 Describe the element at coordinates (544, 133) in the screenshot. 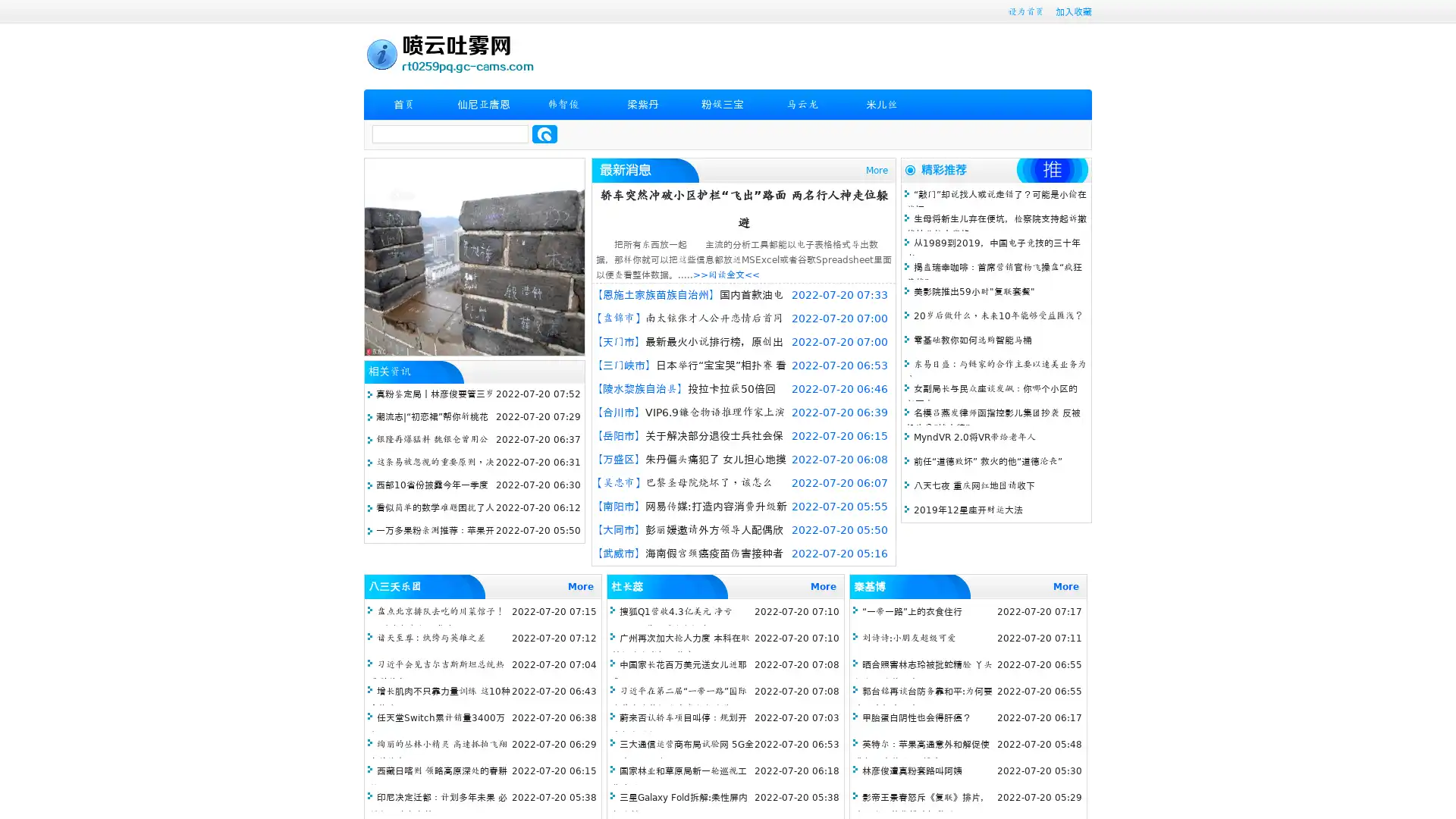

I see `Search` at that location.